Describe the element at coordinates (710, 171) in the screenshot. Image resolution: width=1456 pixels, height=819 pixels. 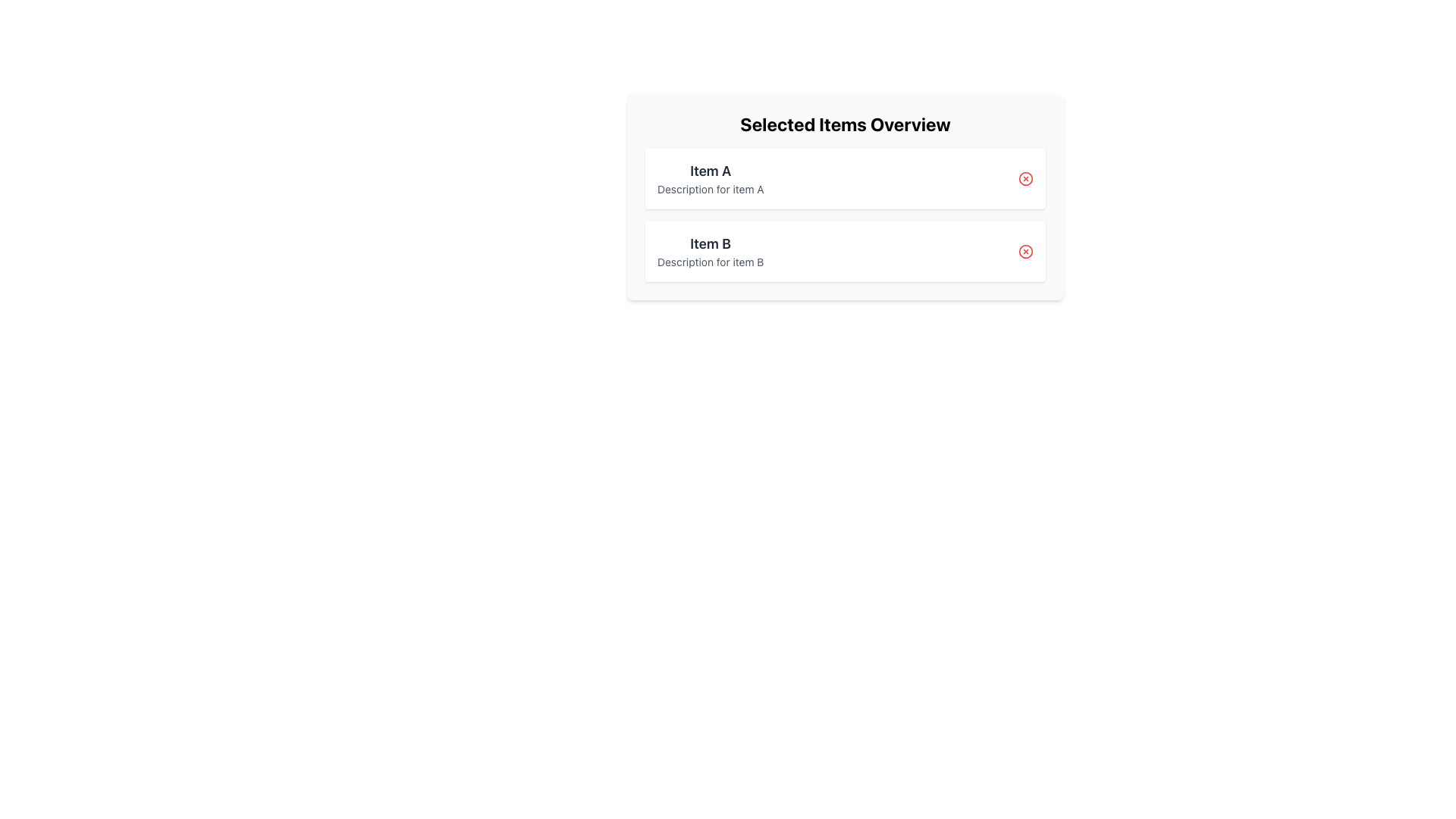
I see `text label located in the top-left corner of the white card within the 'Selected Items Overview' section, which serves as a title or identifier for the associated description below it` at that location.